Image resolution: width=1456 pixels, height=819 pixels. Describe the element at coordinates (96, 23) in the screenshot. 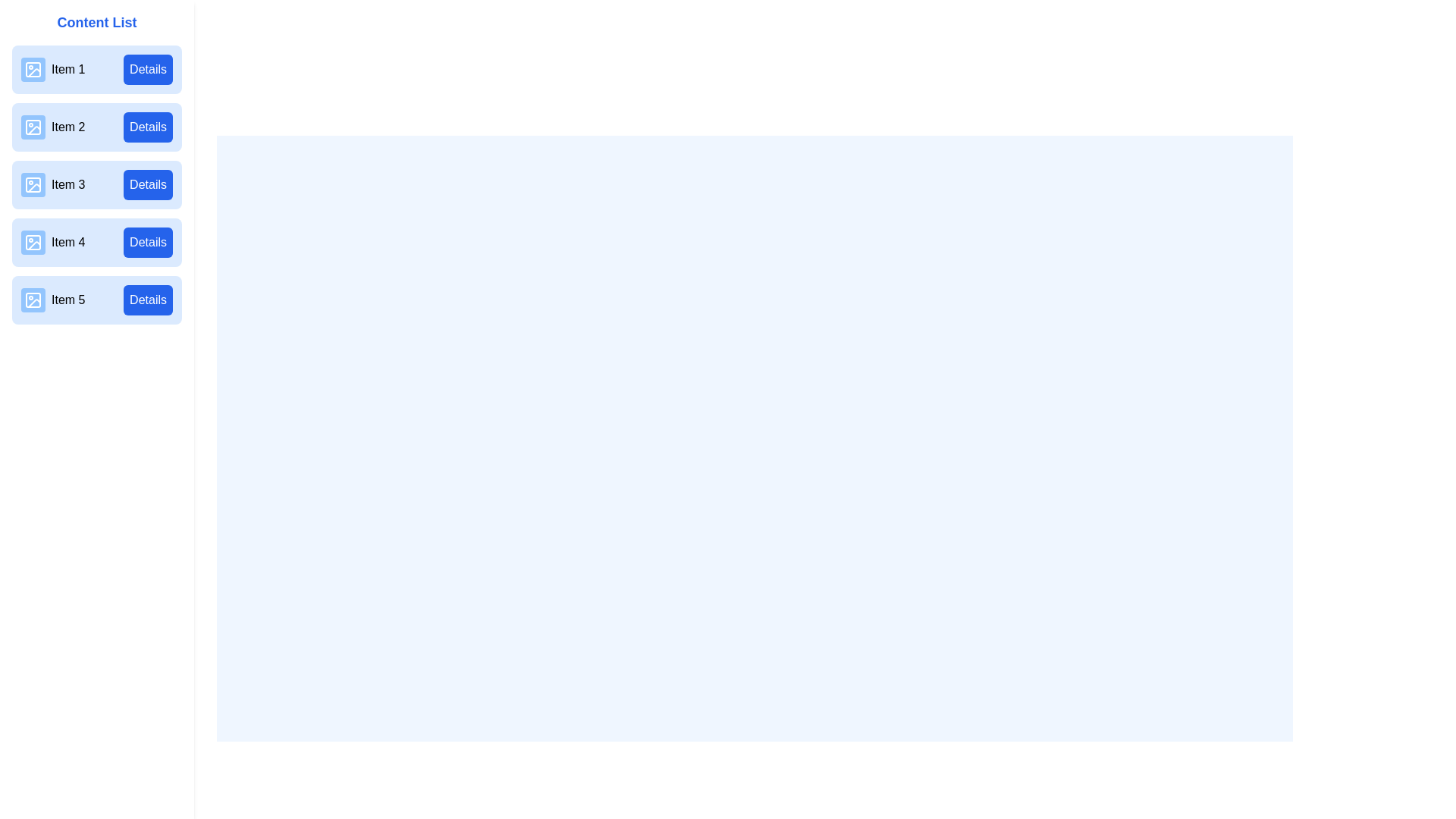

I see `the 'Content List' heading element styled in bold, large blue font located at the top of the left-side panel in the sidebar` at that location.